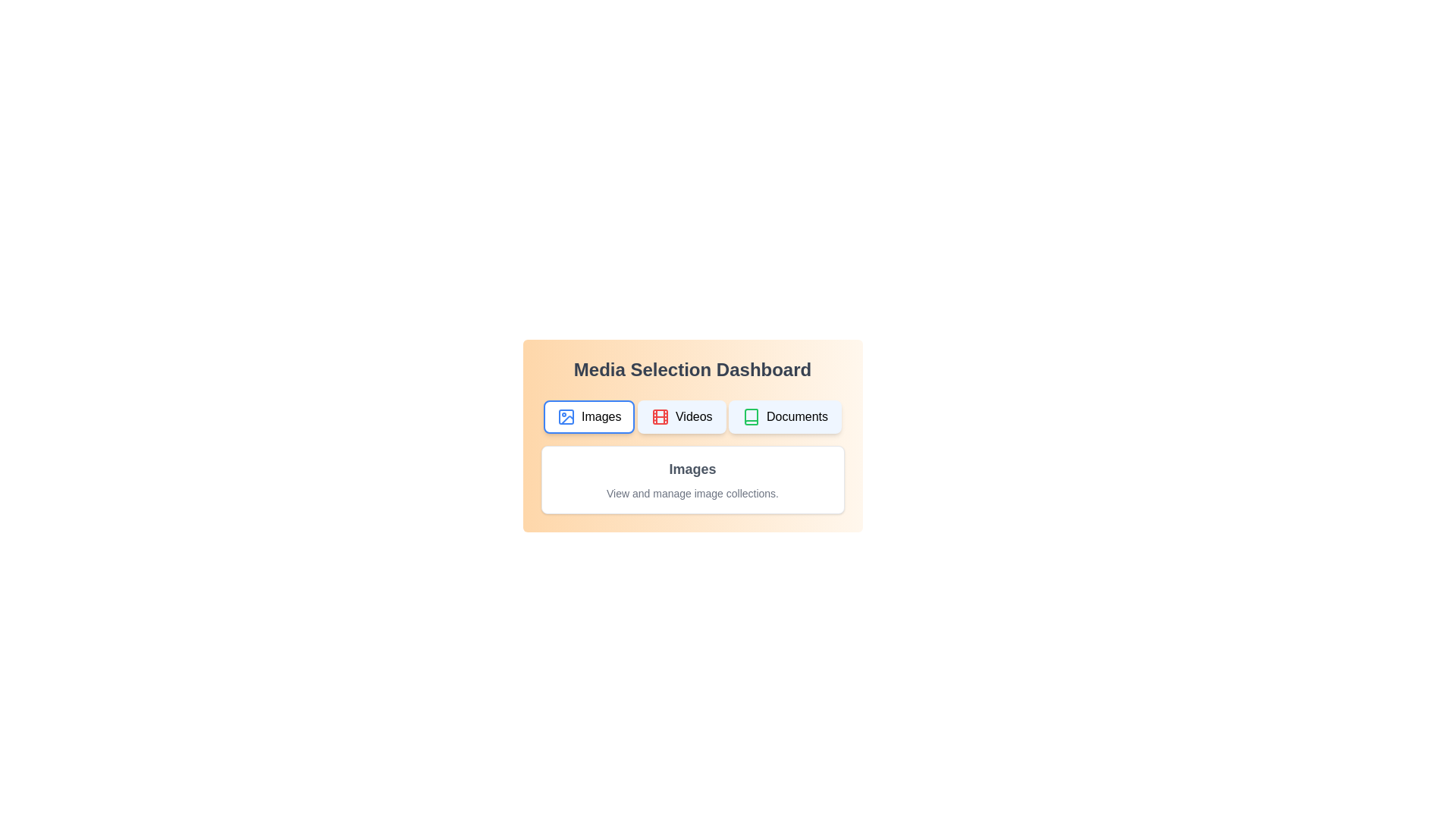 The width and height of the screenshot is (1456, 819). I want to click on the styled rectangle with rounded corners that is part of the filmstrip icon located in the second option of the horizontally aligned selection toolbar, so click(660, 417).